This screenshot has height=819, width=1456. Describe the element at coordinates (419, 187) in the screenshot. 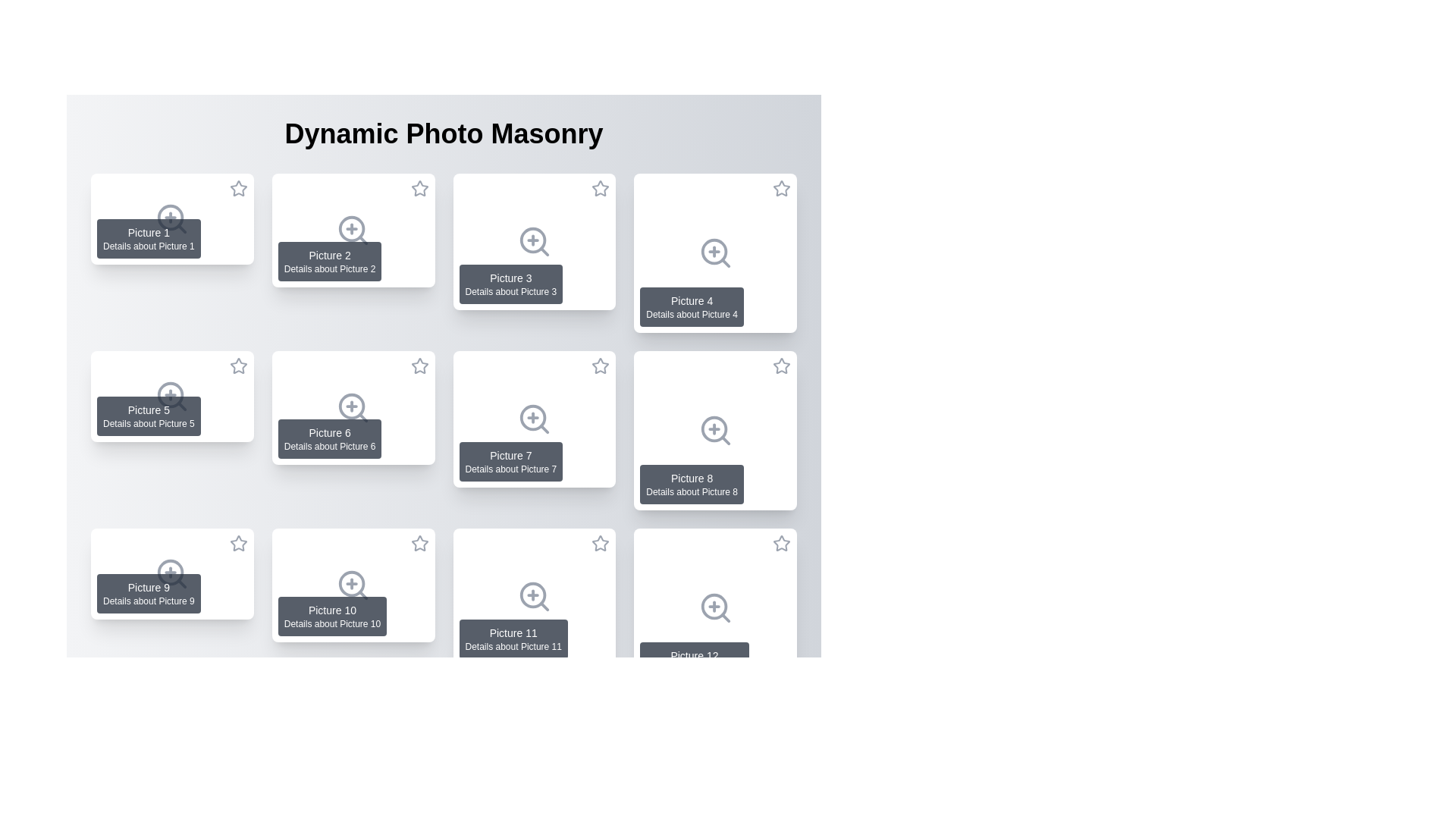

I see `the star-shaped favorite icon located in the top-right corner of the card labeled 'Picture 2' to mark it as favorite` at that location.